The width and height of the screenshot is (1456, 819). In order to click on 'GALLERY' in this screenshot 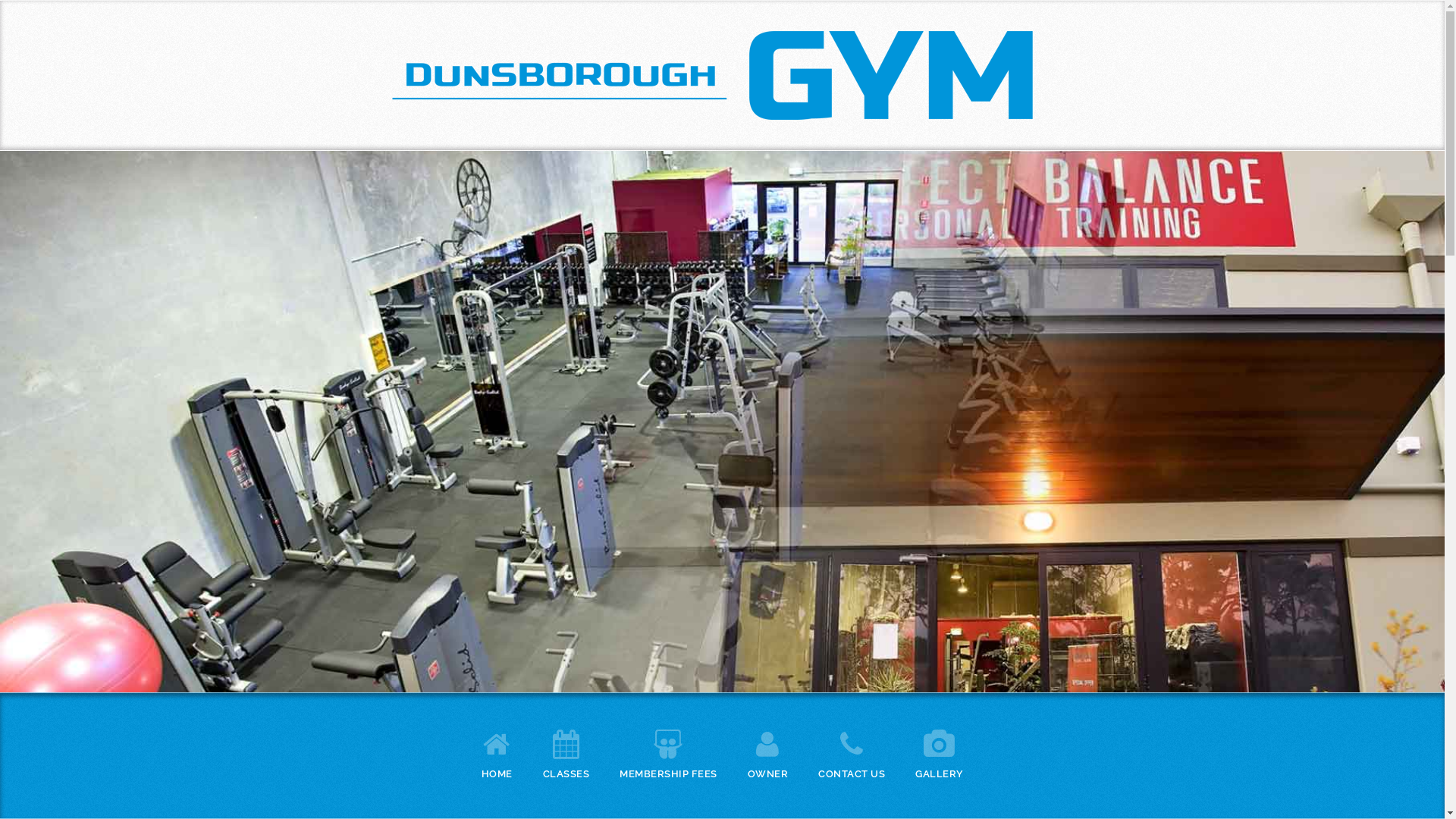, I will do `click(938, 752)`.